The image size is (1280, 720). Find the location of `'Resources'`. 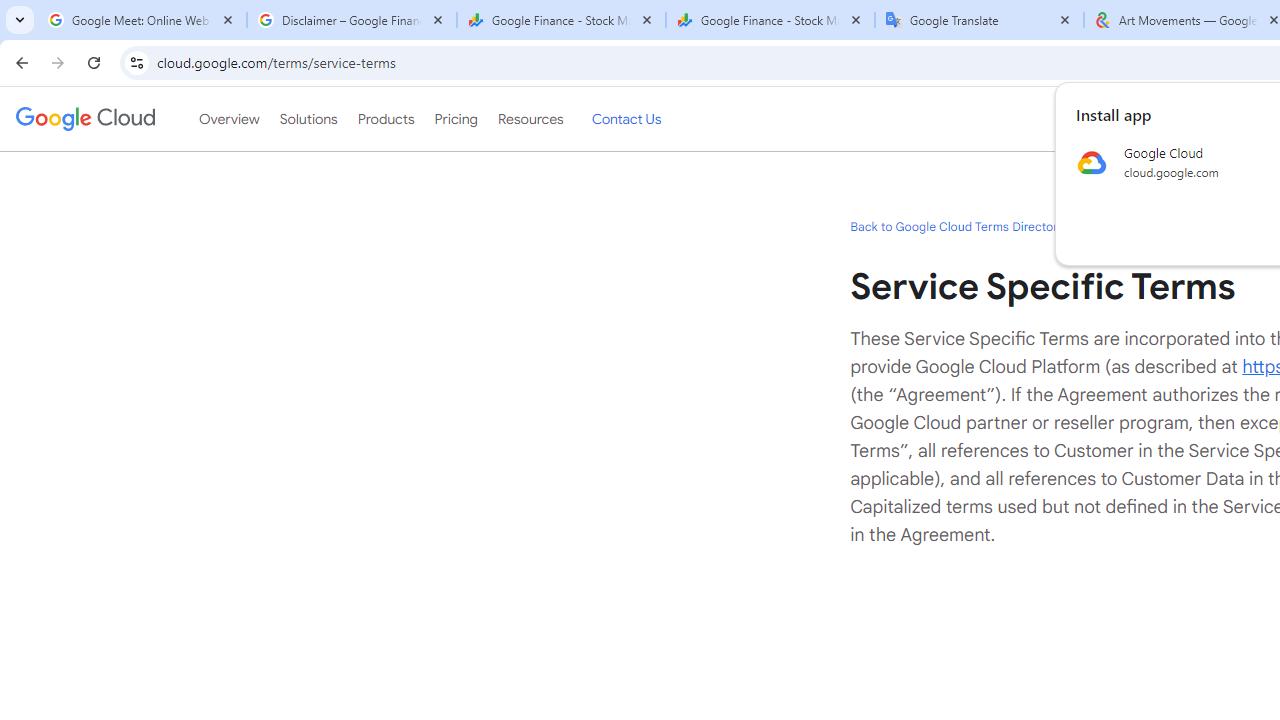

'Resources' is located at coordinates (530, 119).